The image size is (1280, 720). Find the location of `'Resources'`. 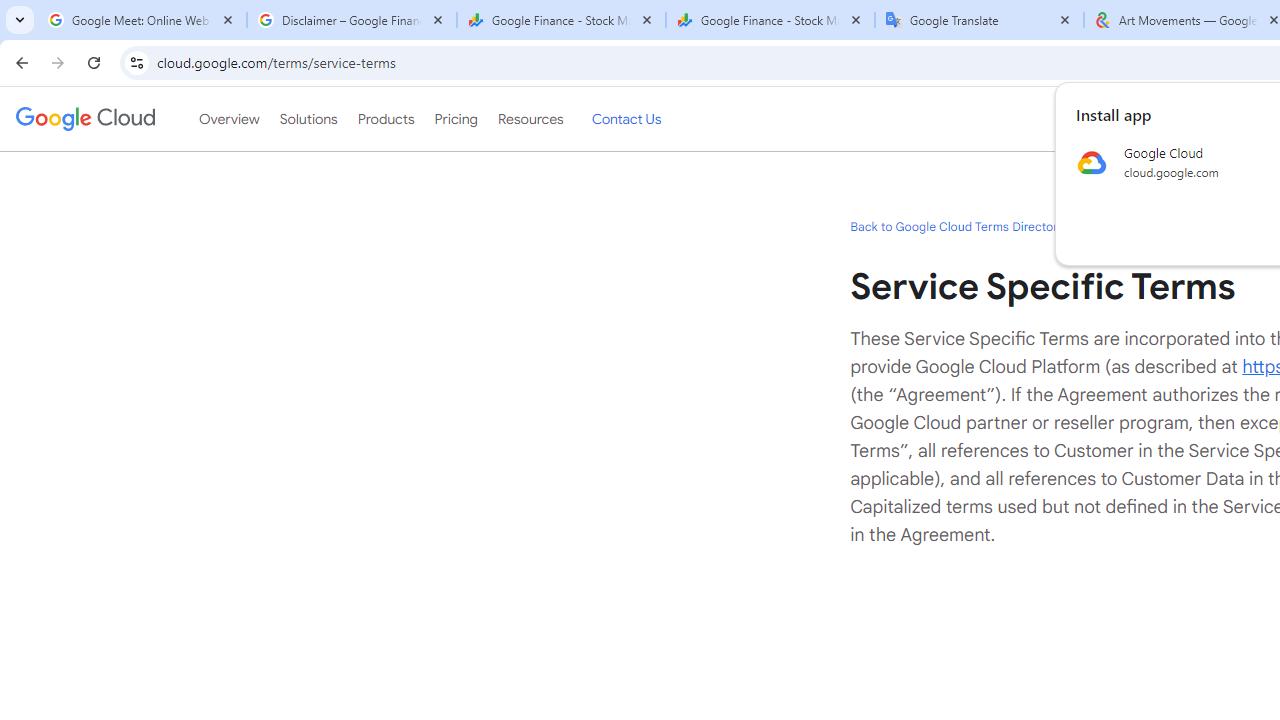

'Resources' is located at coordinates (530, 119).